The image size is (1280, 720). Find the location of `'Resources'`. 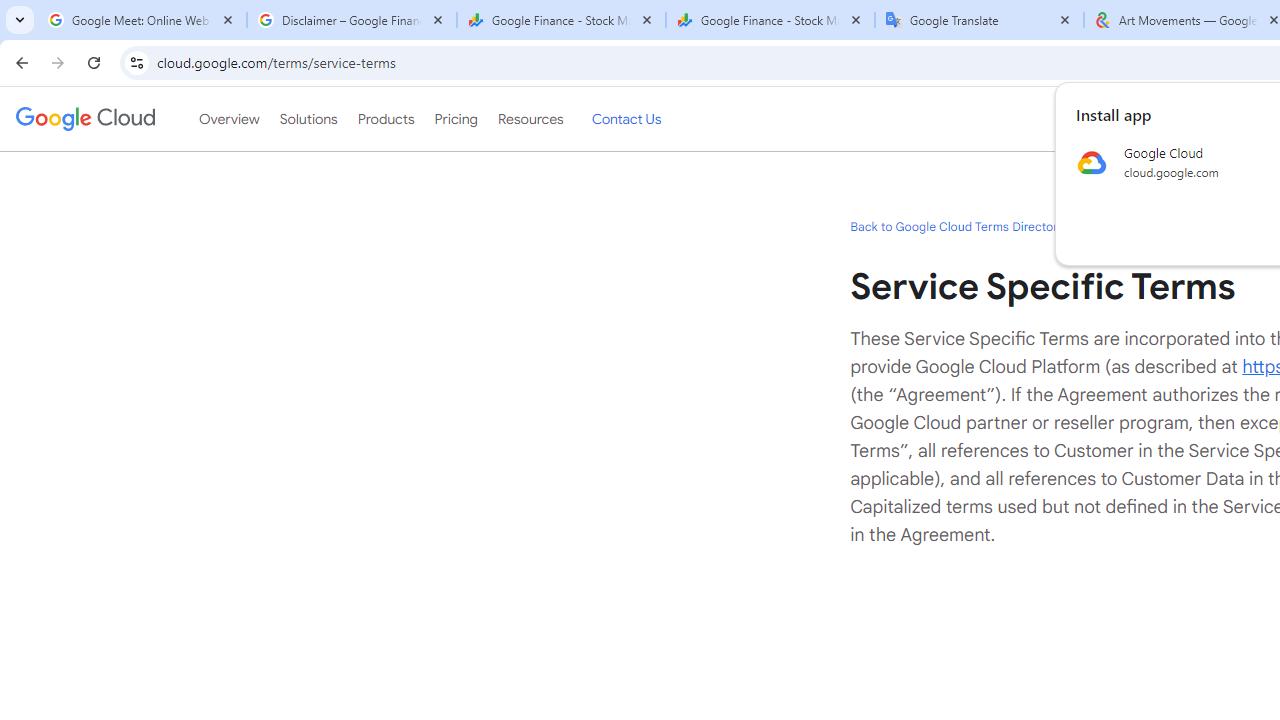

'Resources' is located at coordinates (530, 119).